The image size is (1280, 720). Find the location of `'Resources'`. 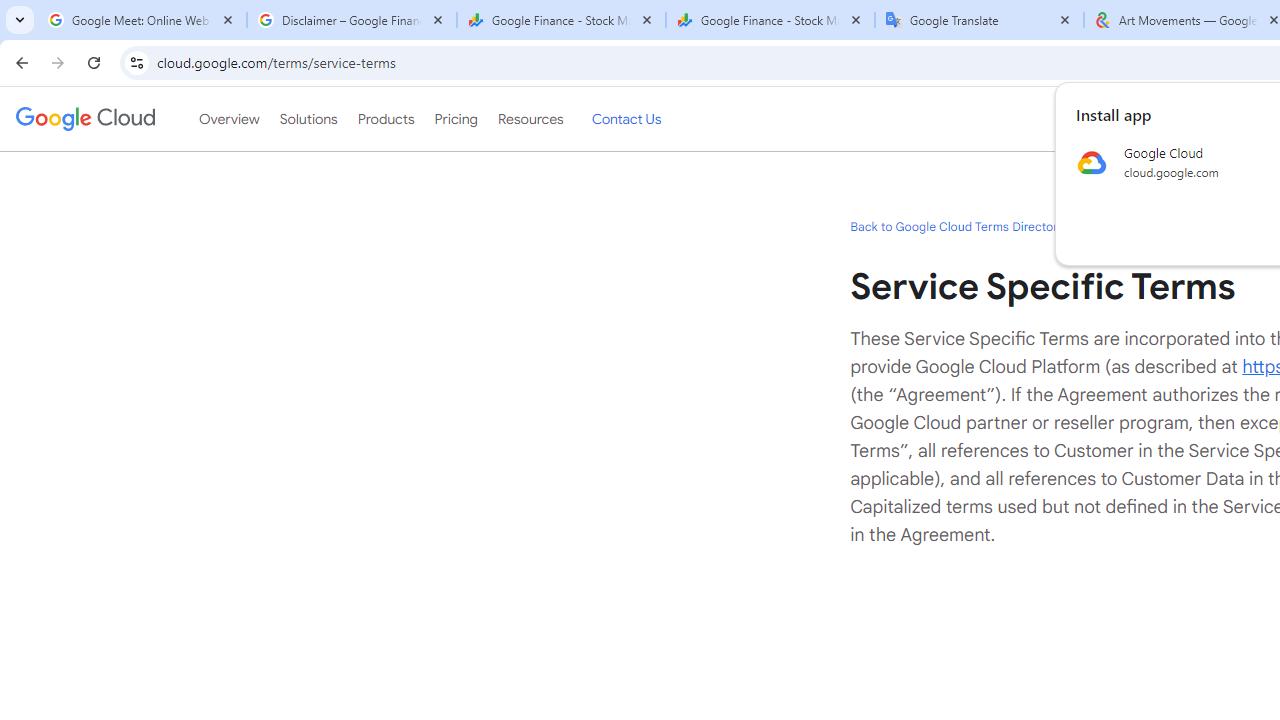

'Resources' is located at coordinates (530, 119).